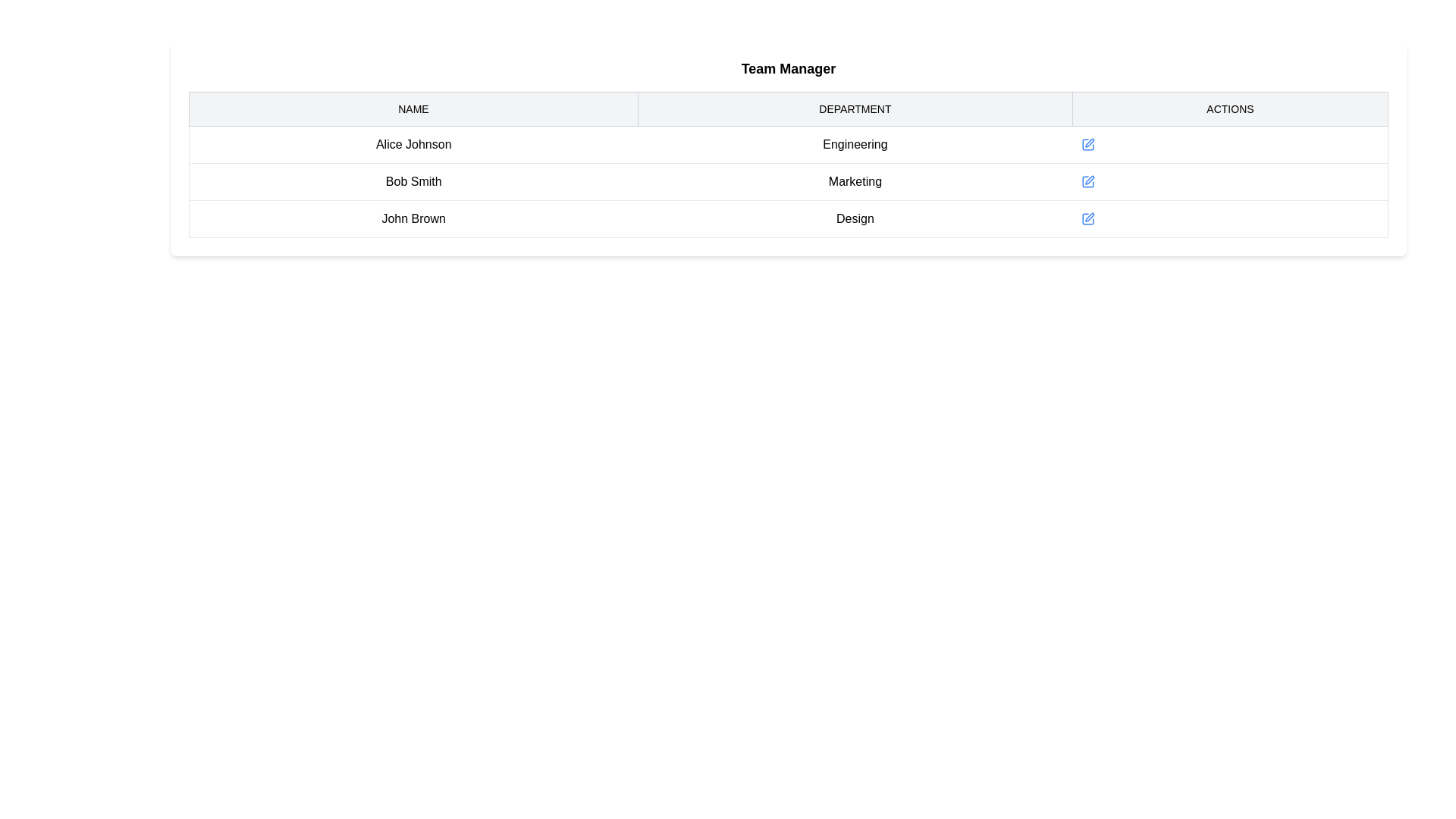 This screenshot has width=1456, height=819. Describe the element at coordinates (1087, 145) in the screenshot. I see `the blue icon button resembling a square with a pen or pencil on top of it located in the 'Actions' column of the first row for 'Alice Johnson'` at that location.